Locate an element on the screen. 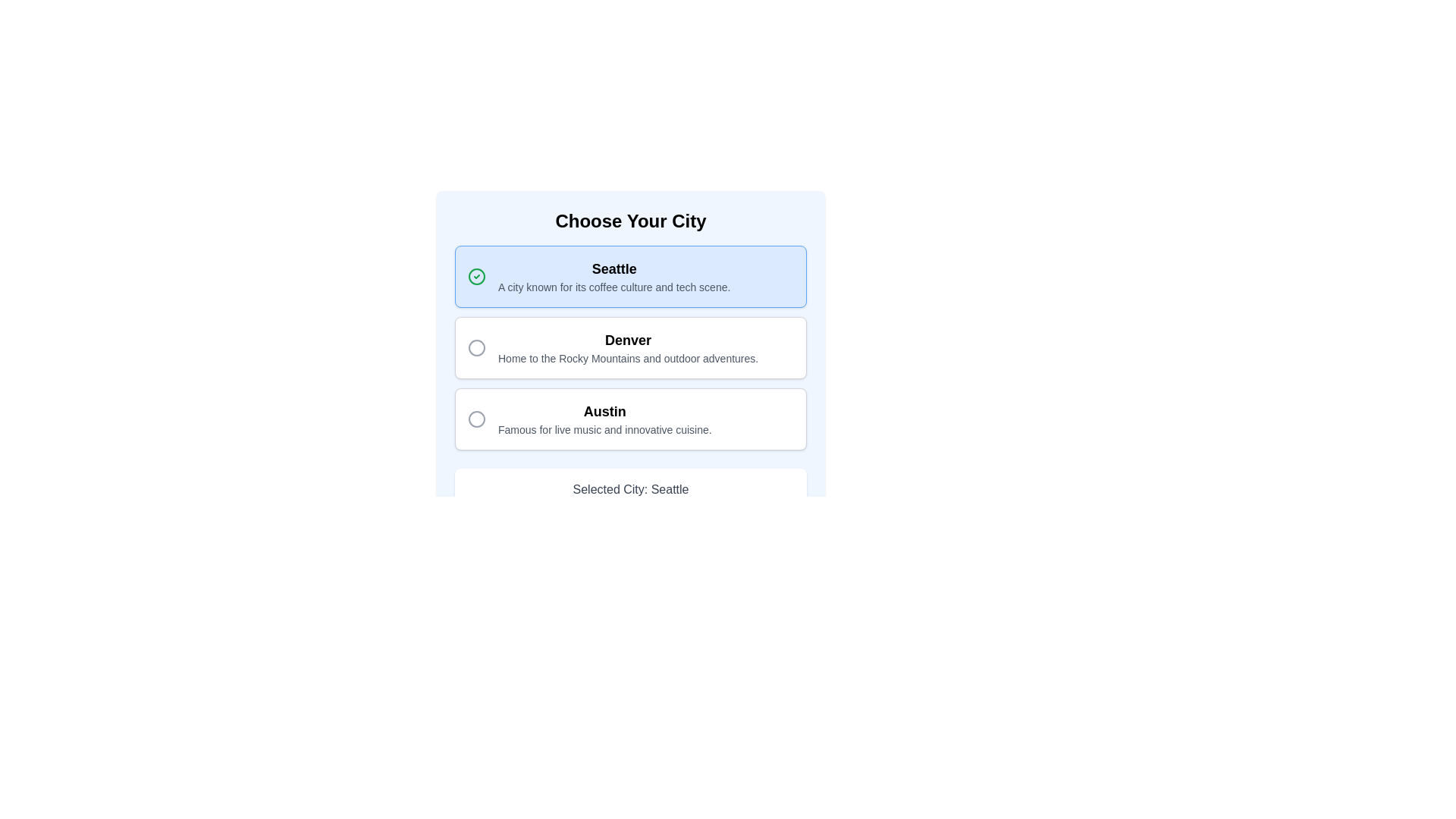 Image resolution: width=1456 pixels, height=819 pixels. the 'Denver' option card is located at coordinates (630, 348).